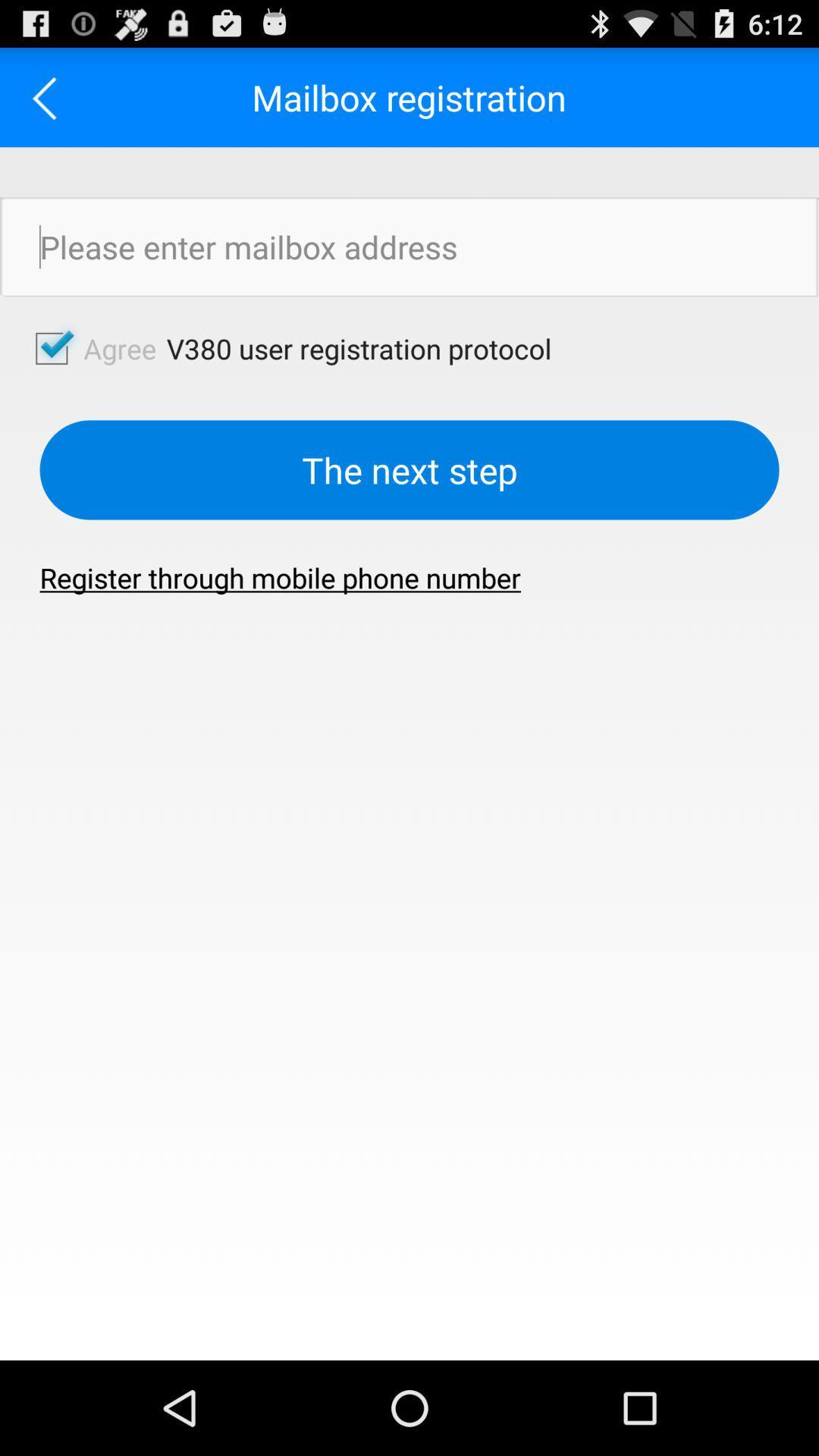  What do you see at coordinates (280, 577) in the screenshot?
I see `the item at the center` at bounding box center [280, 577].